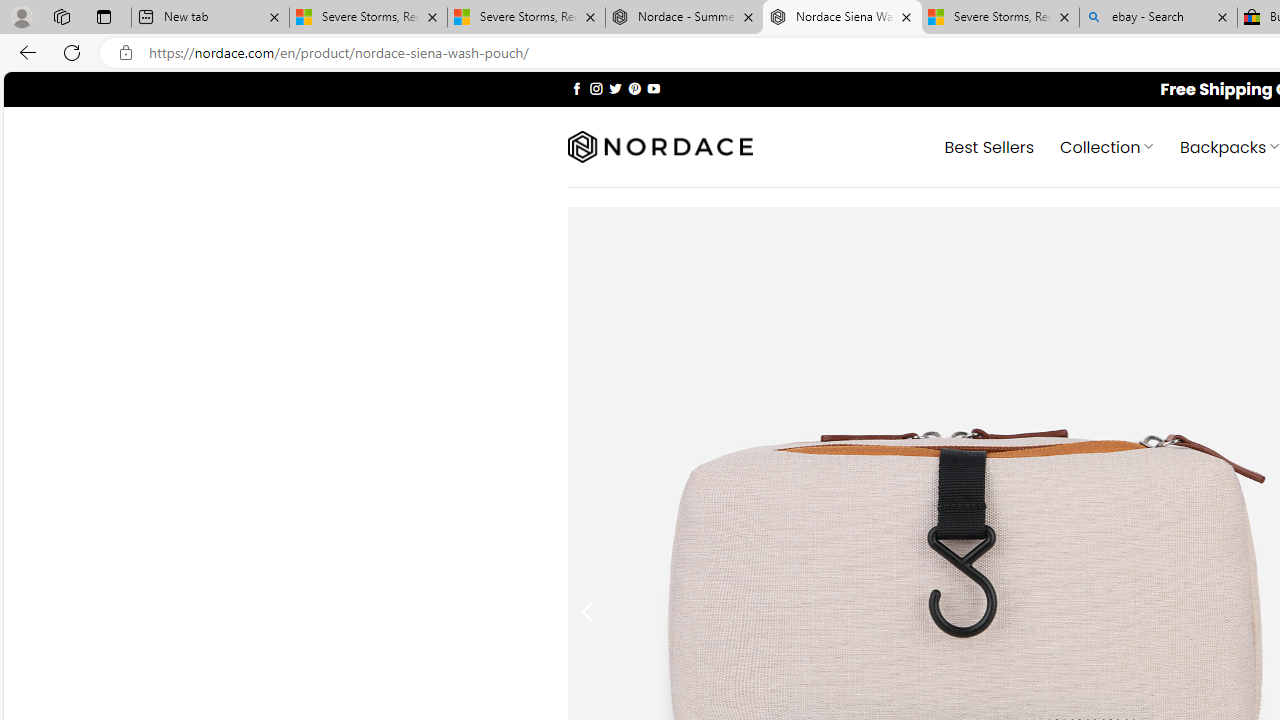 Image resolution: width=1280 pixels, height=720 pixels. What do you see at coordinates (576, 87) in the screenshot?
I see `'Follow on Facebook'` at bounding box center [576, 87].